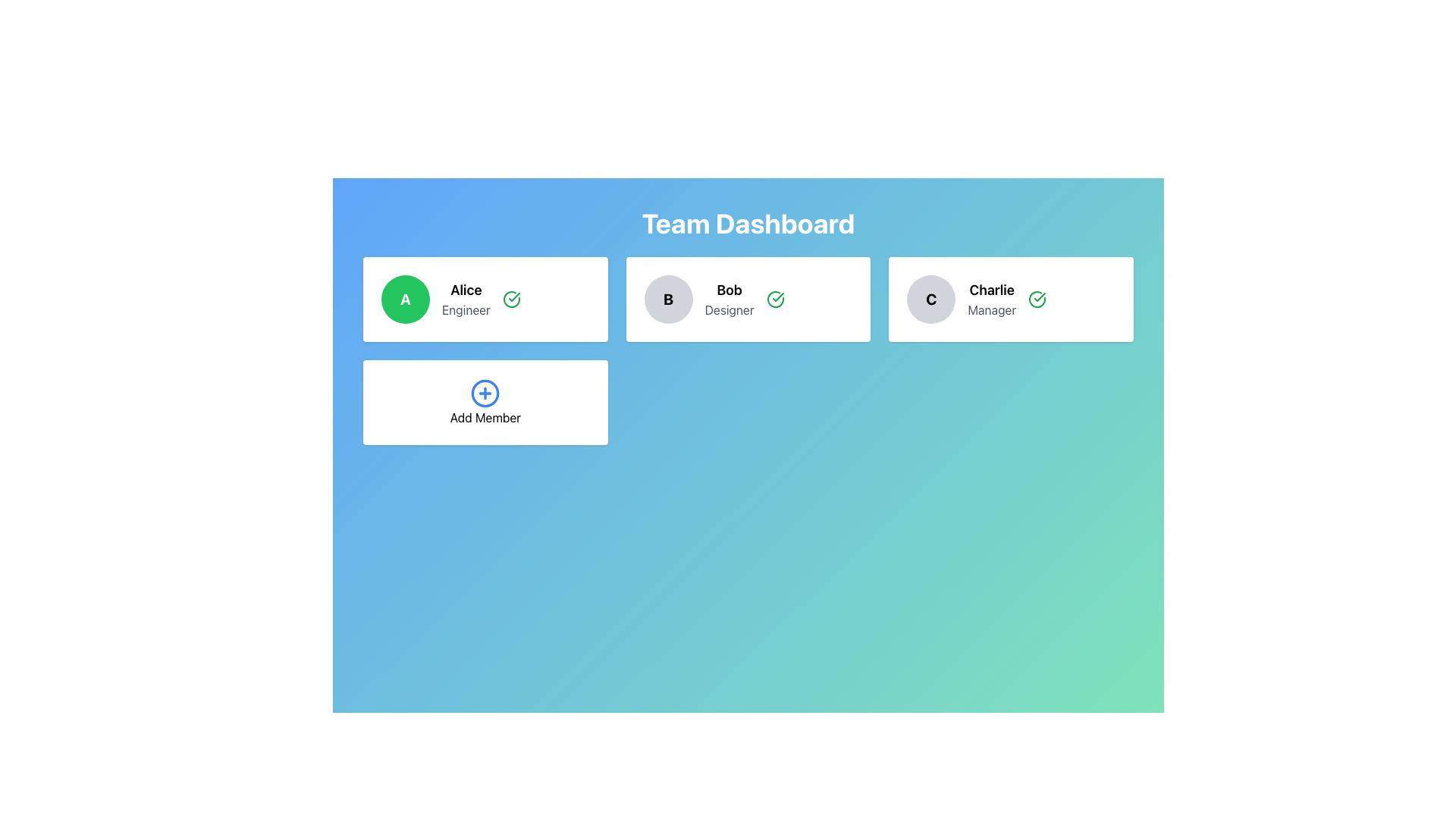  I want to click on the non-interactive text label indicating a title or role associated with 'Alice' located in the first card of the 'Team Dashboard' section, so click(465, 309).